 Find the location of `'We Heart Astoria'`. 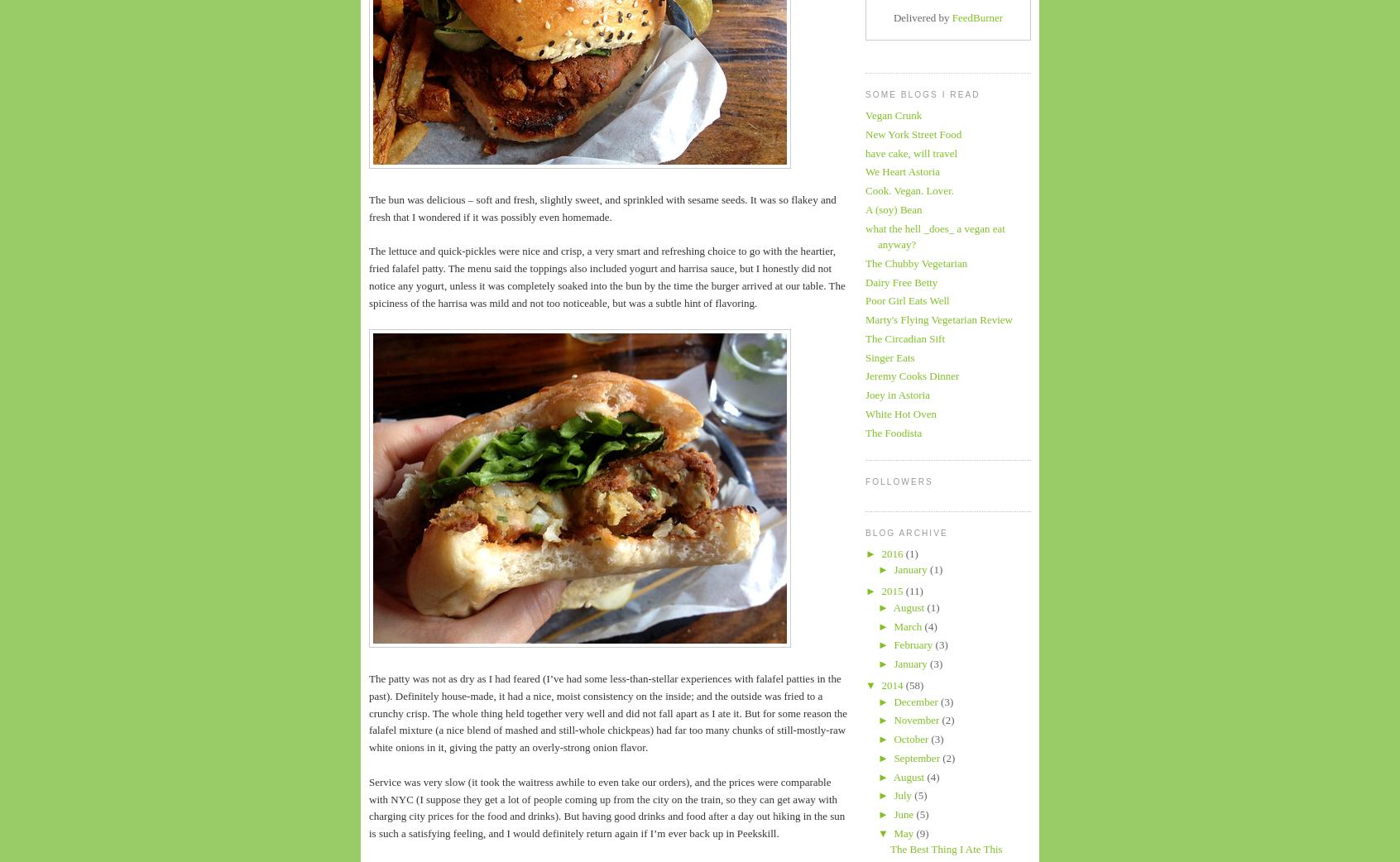

'We Heart Astoria' is located at coordinates (902, 170).